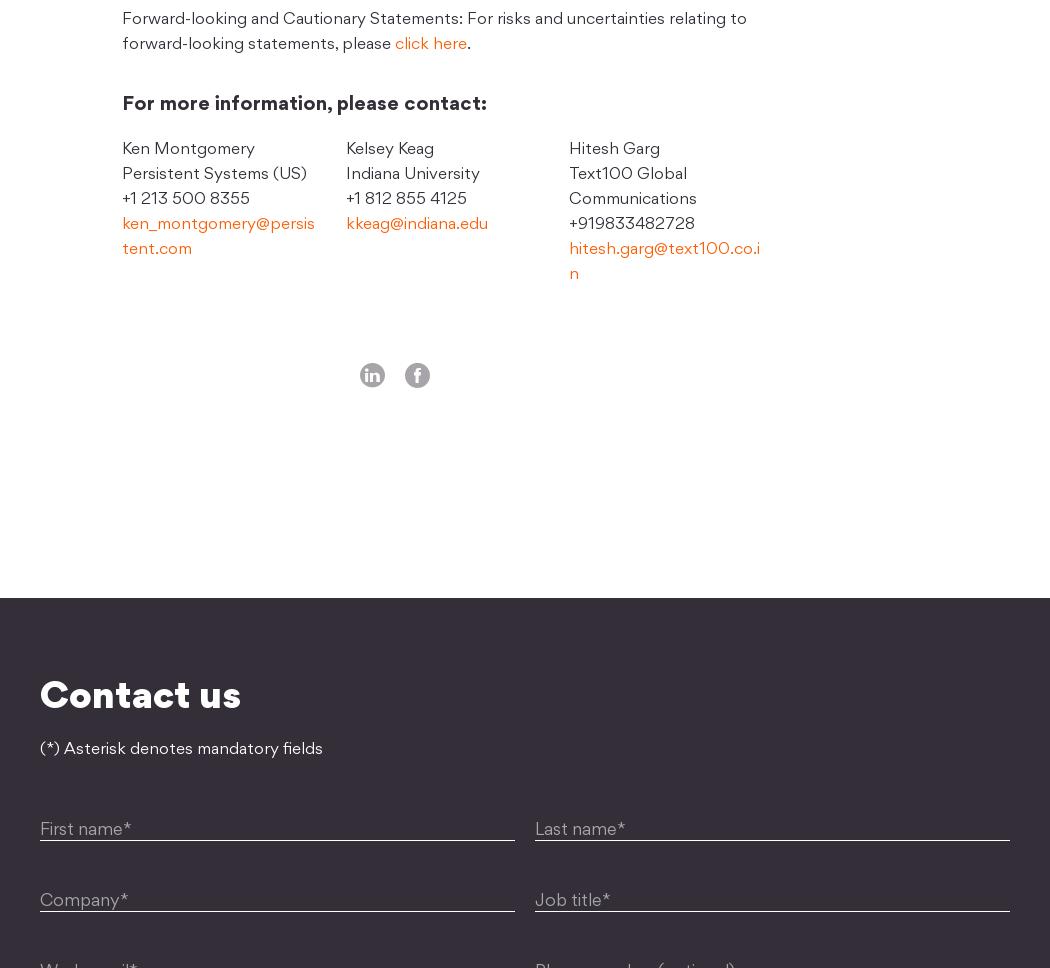 This screenshot has height=968, width=1050. Describe the element at coordinates (579, 830) in the screenshot. I see `'Last name*'` at that location.